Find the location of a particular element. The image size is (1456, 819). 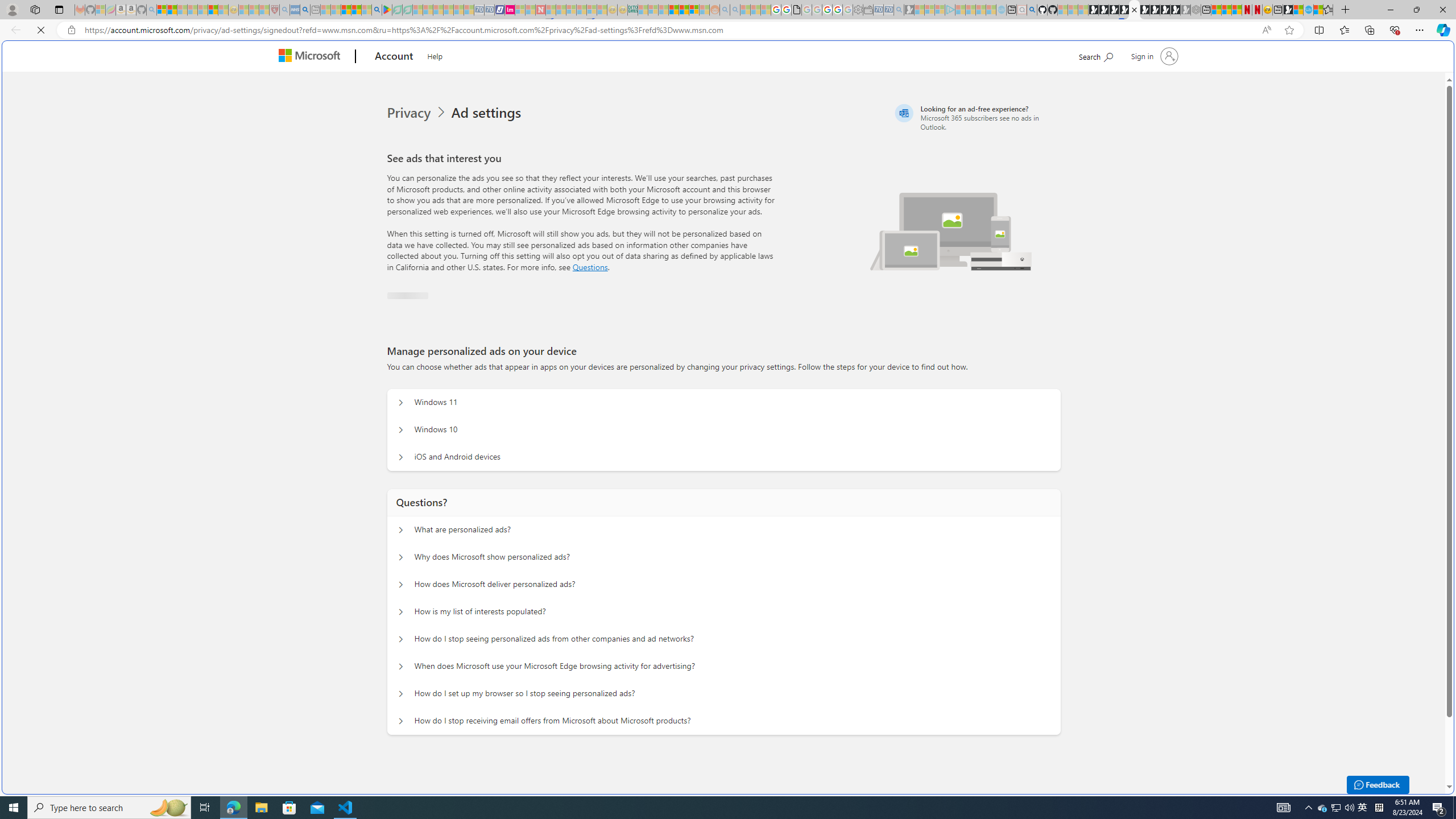

'google - Search' is located at coordinates (377, 9).